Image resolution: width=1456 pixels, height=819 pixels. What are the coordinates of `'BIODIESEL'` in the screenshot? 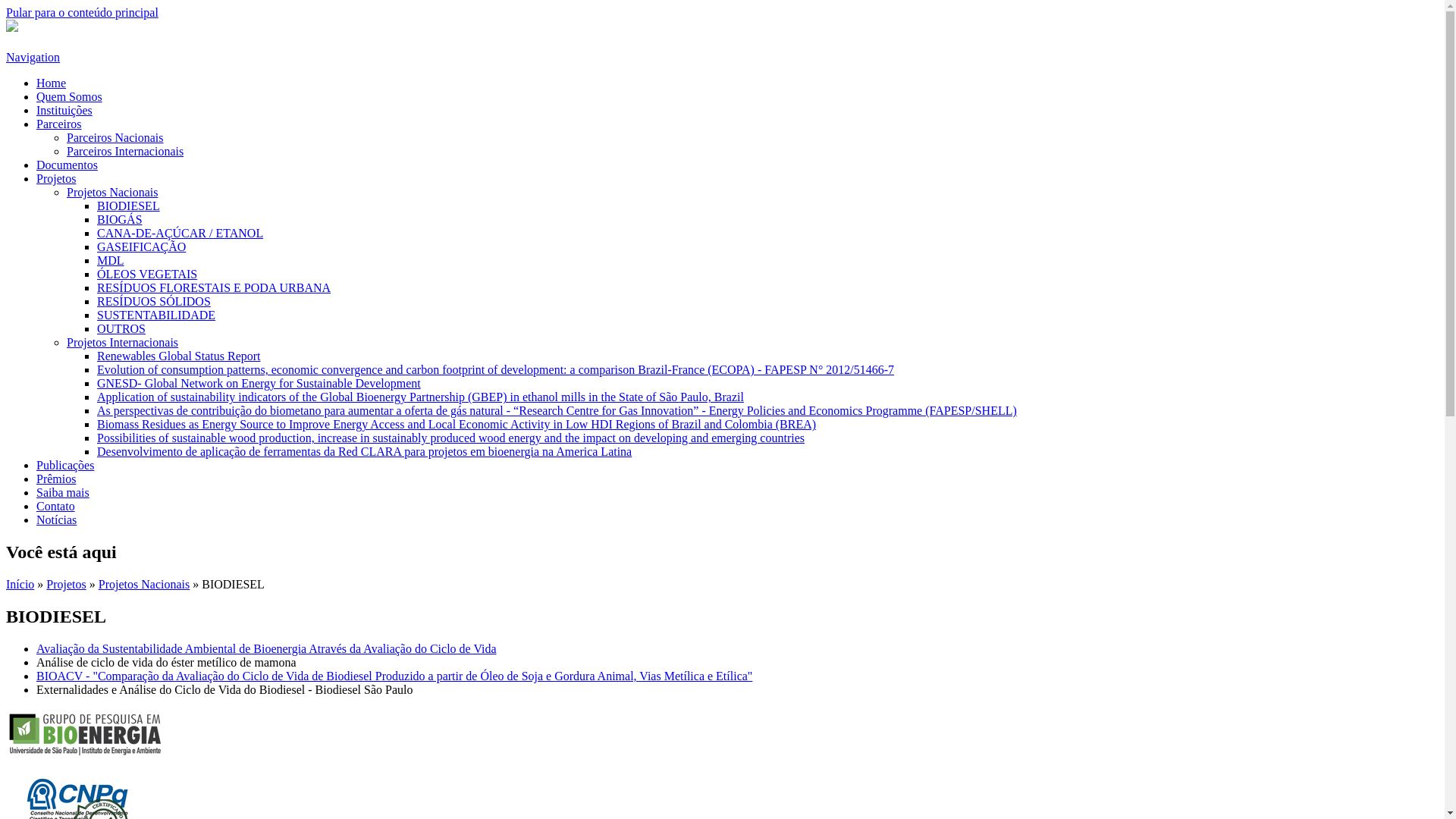 It's located at (96, 206).